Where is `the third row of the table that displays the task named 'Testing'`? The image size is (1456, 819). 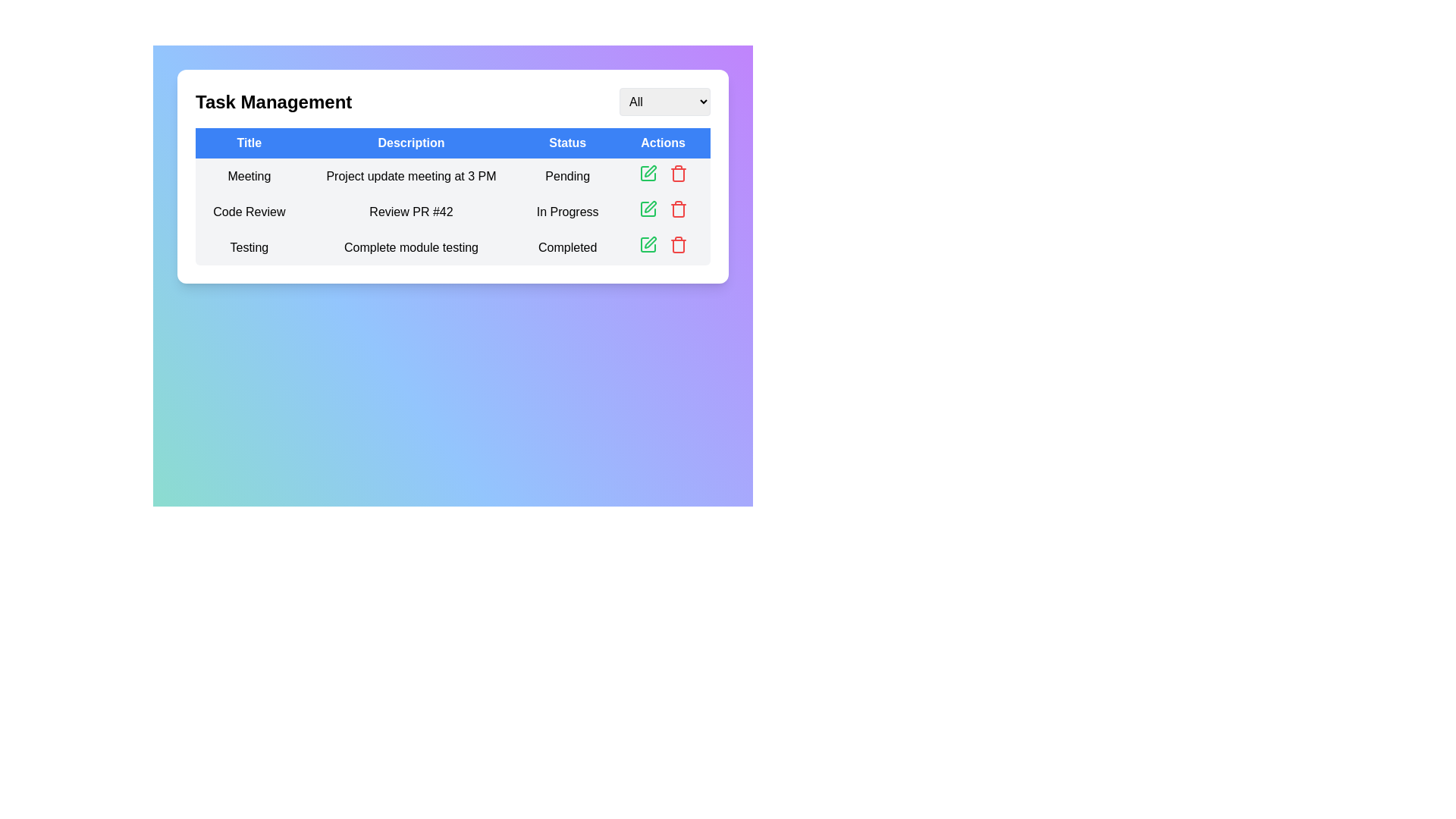 the third row of the table that displays the task named 'Testing' is located at coordinates (452, 246).